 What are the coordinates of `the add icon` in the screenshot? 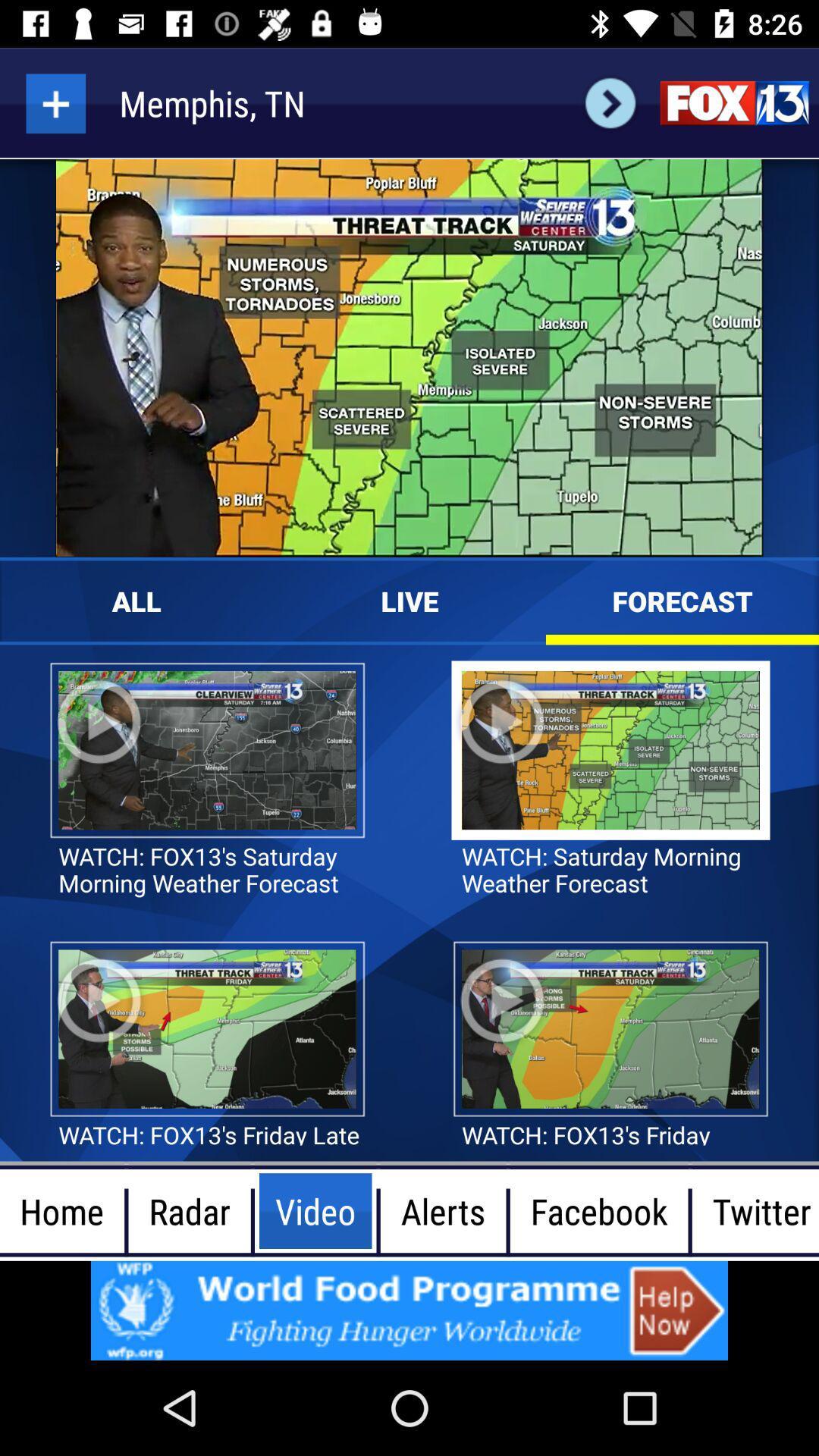 It's located at (55, 102).